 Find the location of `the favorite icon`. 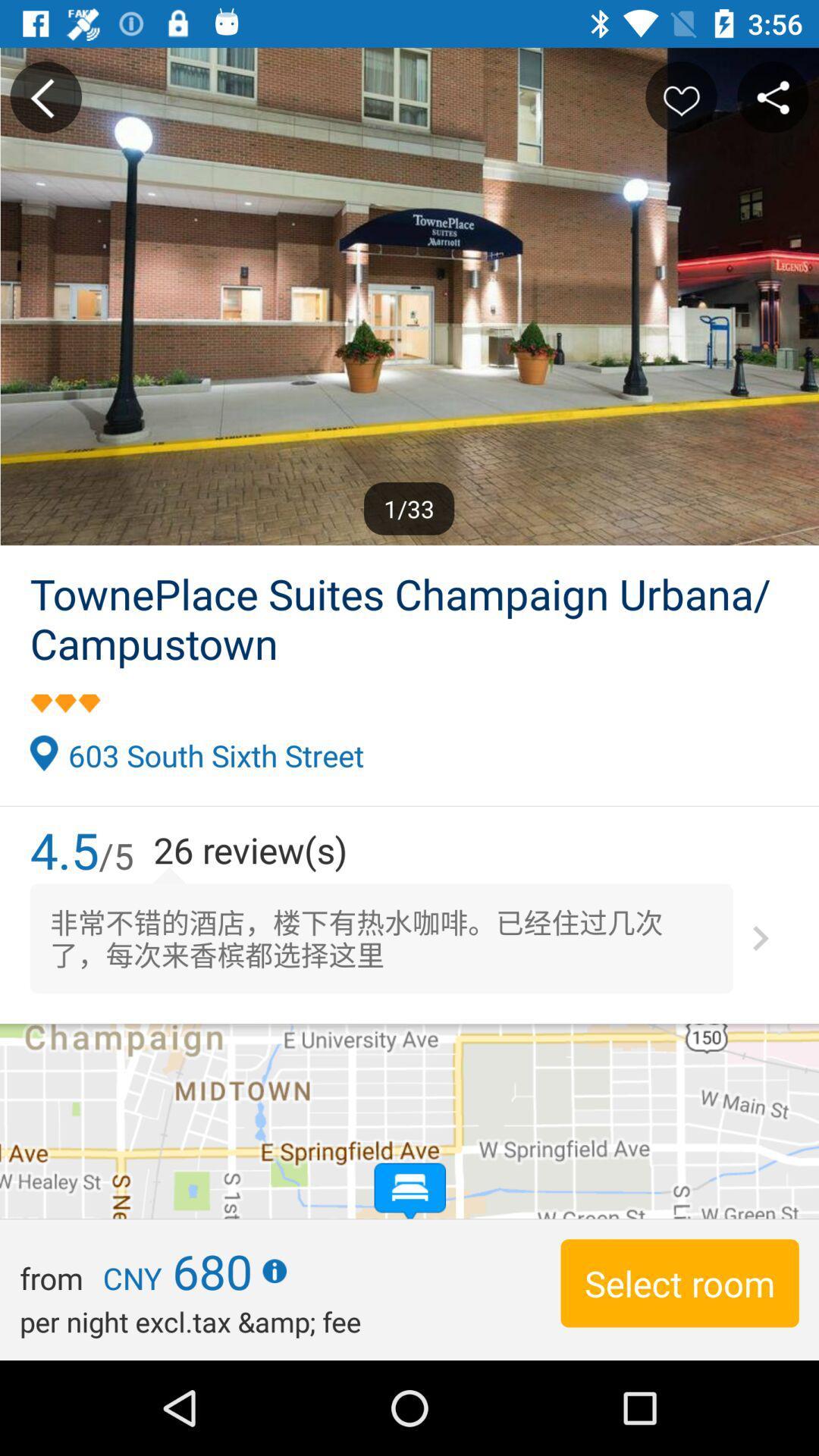

the favorite icon is located at coordinates (680, 96).